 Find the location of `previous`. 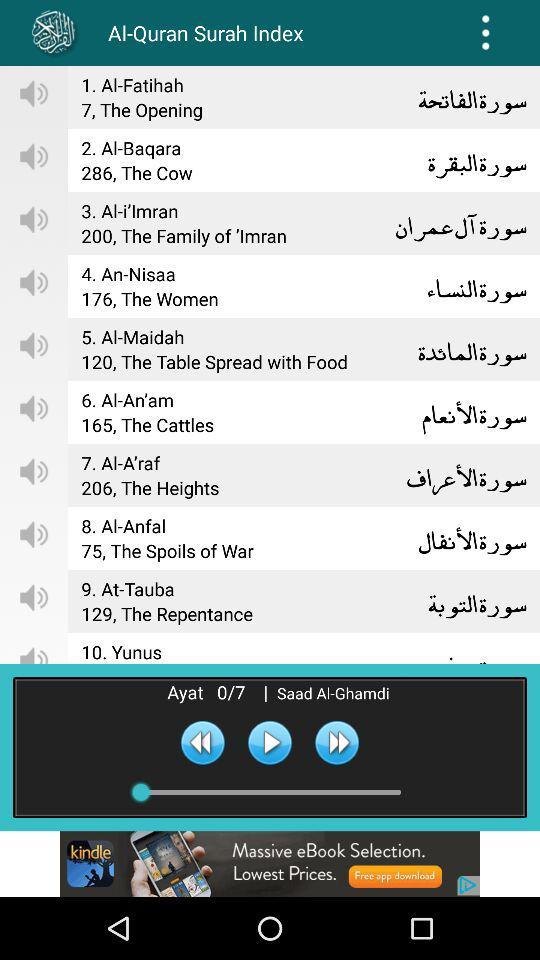

previous is located at coordinates (202, 741).